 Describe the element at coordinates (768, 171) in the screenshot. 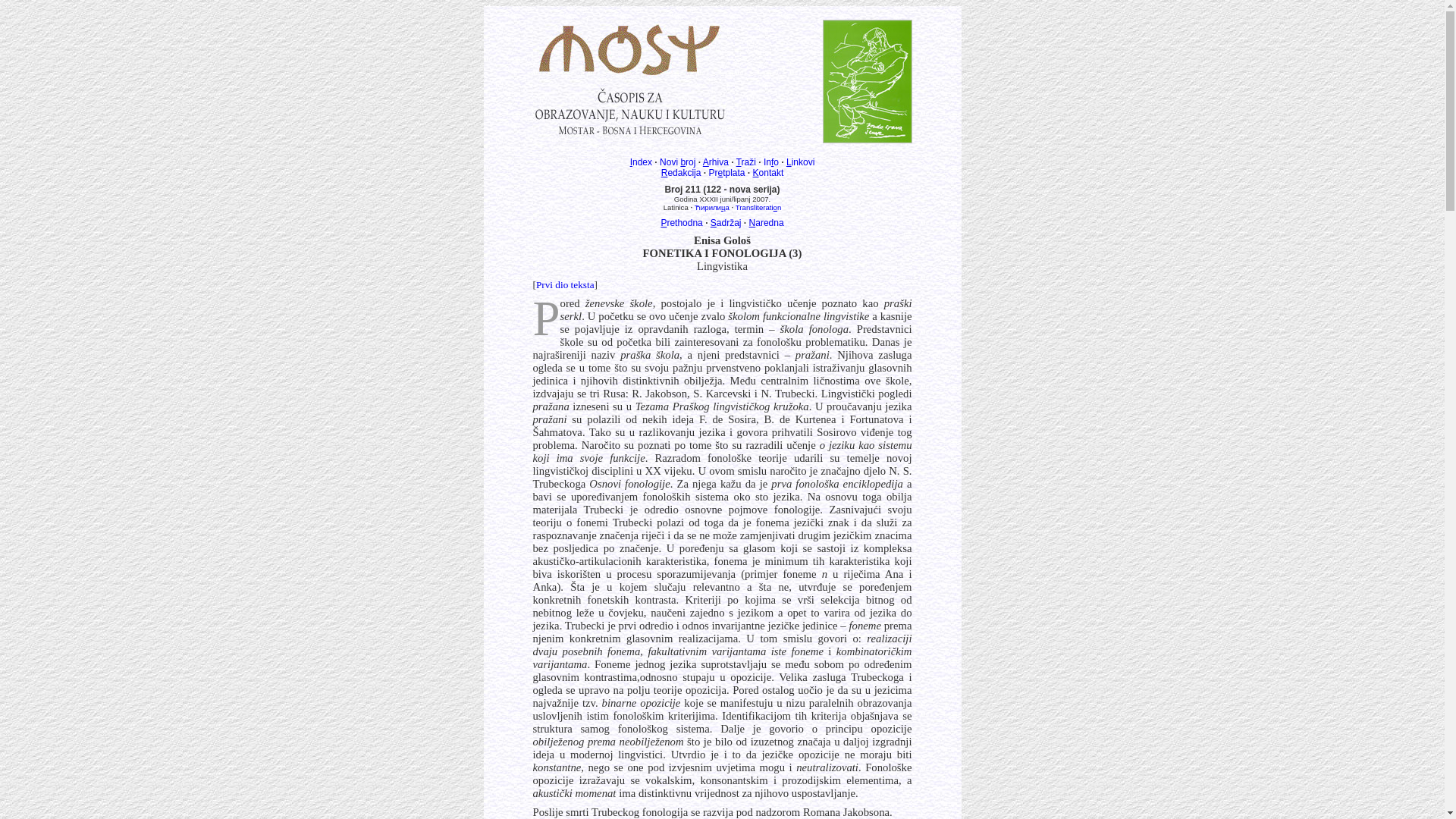

I see `'Kontakt'` at that location.